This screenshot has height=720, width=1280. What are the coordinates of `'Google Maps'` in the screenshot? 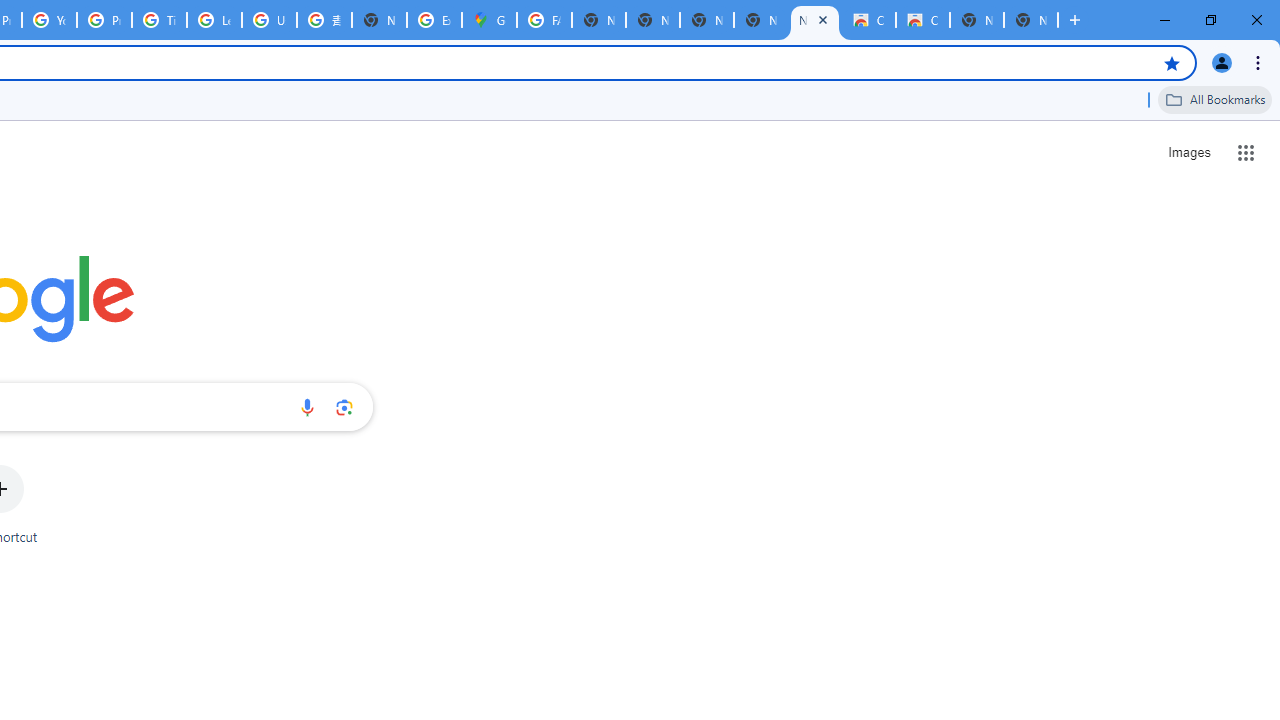 It's located at (489, 20).